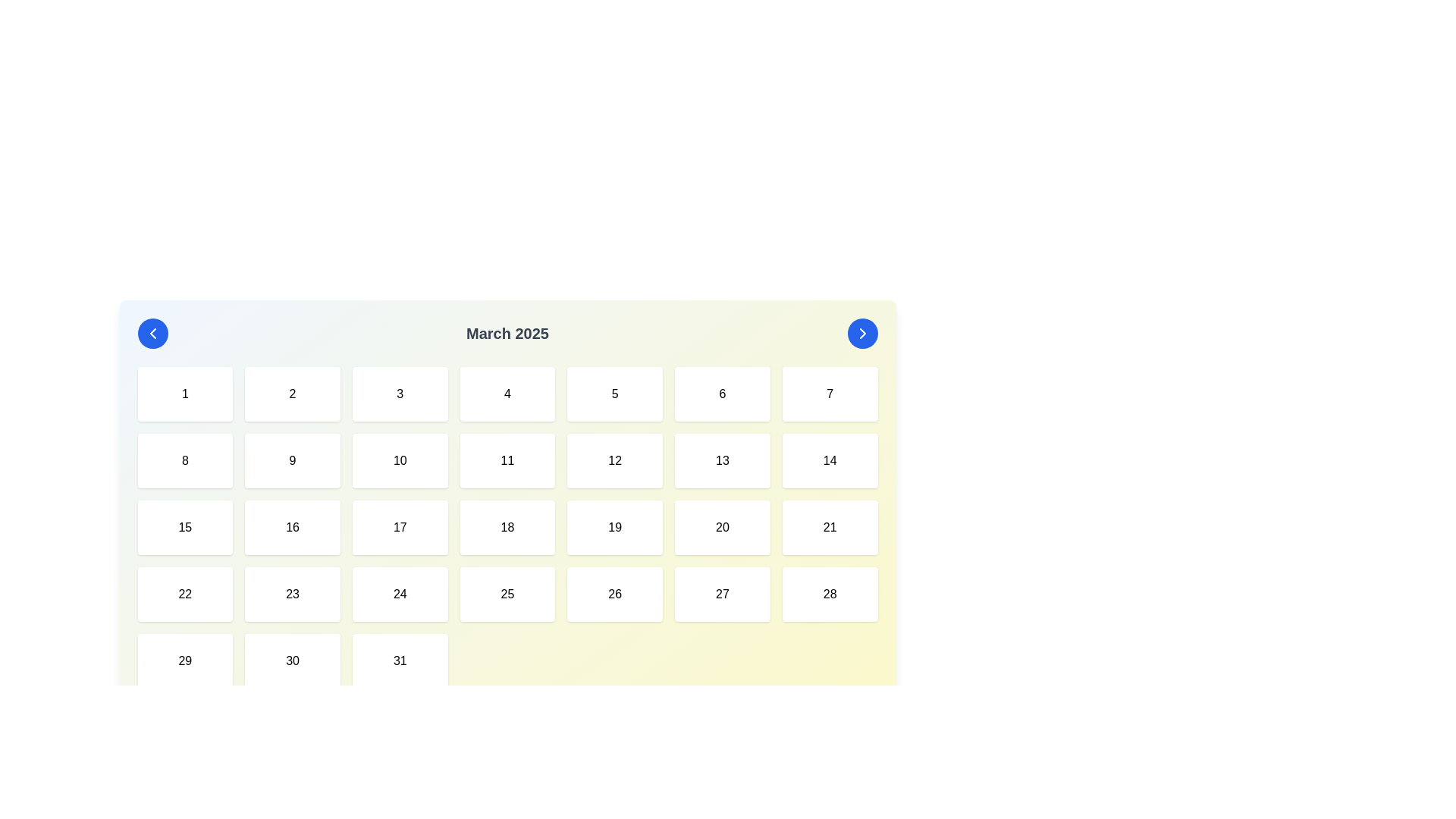 This screenshot has height=819, width=1456. What do you see at coordinates (829, 394) in the screenshot?
I see `the square-shaped clickable calendar day box displaying the number '7' with a white background and rounded corners` at bounding box center [829, 394].